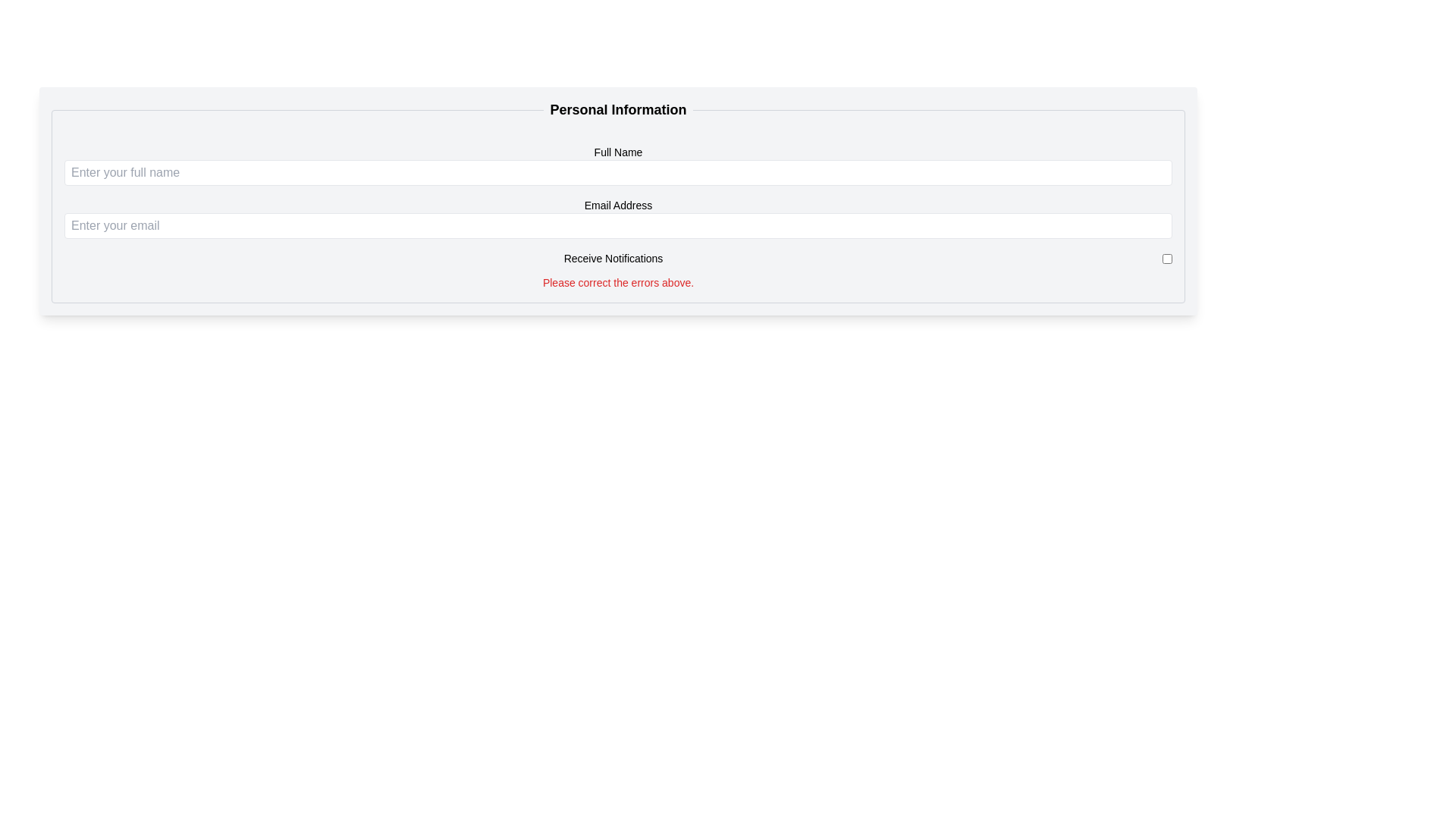 This screenshot has height=819, width=1456. What do you see at coordinates (618, 205) in the screenshot?
I see `the 'Email Address' text label, which is styled in a smaller font and positioned above the associated email input field within the 'Personal Information' form` at bounding box center [618, 205].